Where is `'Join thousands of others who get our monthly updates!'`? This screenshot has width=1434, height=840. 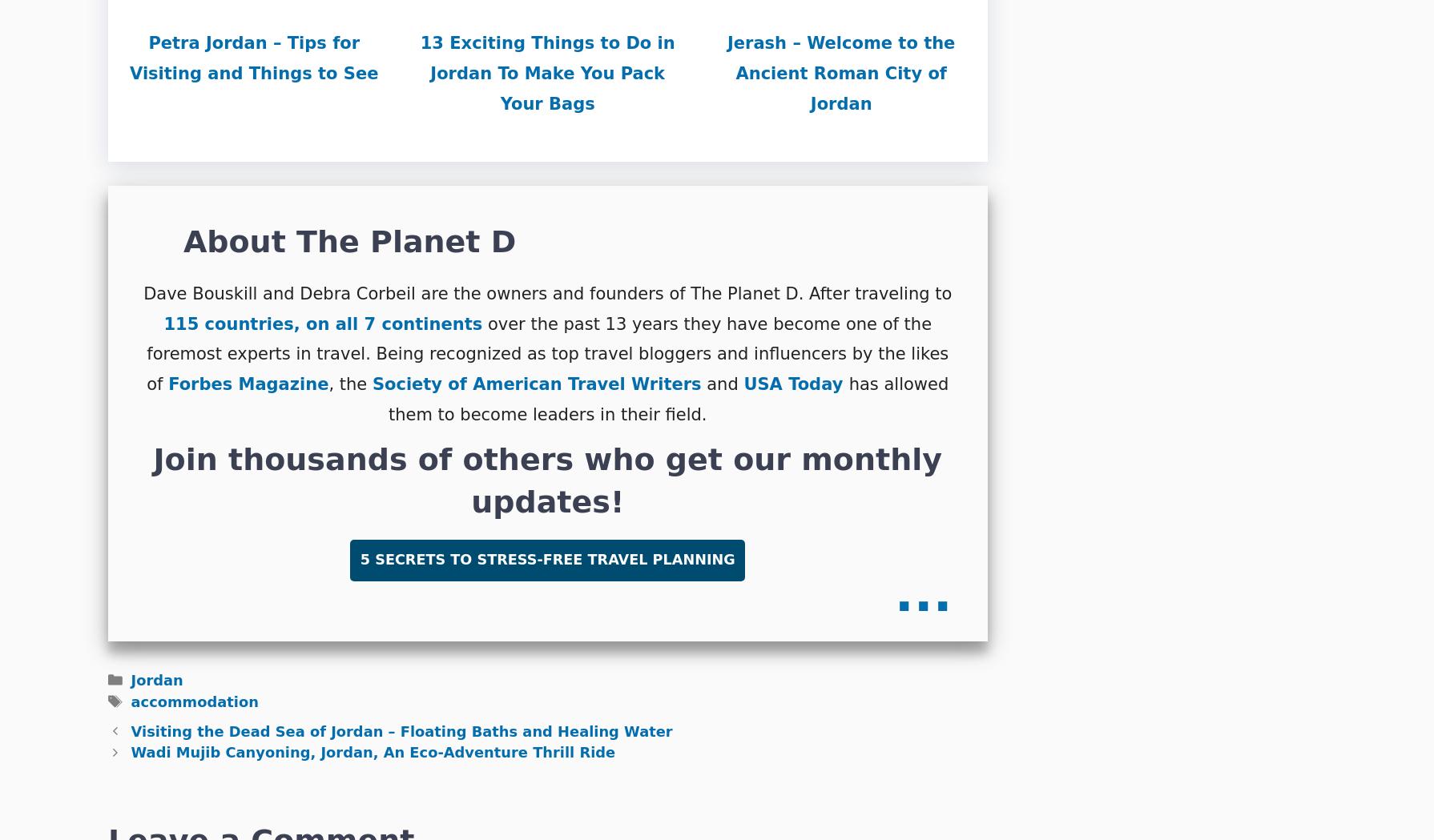
'Join thousands of others who get our monthly updates!' is located at coordinates (152, 480).